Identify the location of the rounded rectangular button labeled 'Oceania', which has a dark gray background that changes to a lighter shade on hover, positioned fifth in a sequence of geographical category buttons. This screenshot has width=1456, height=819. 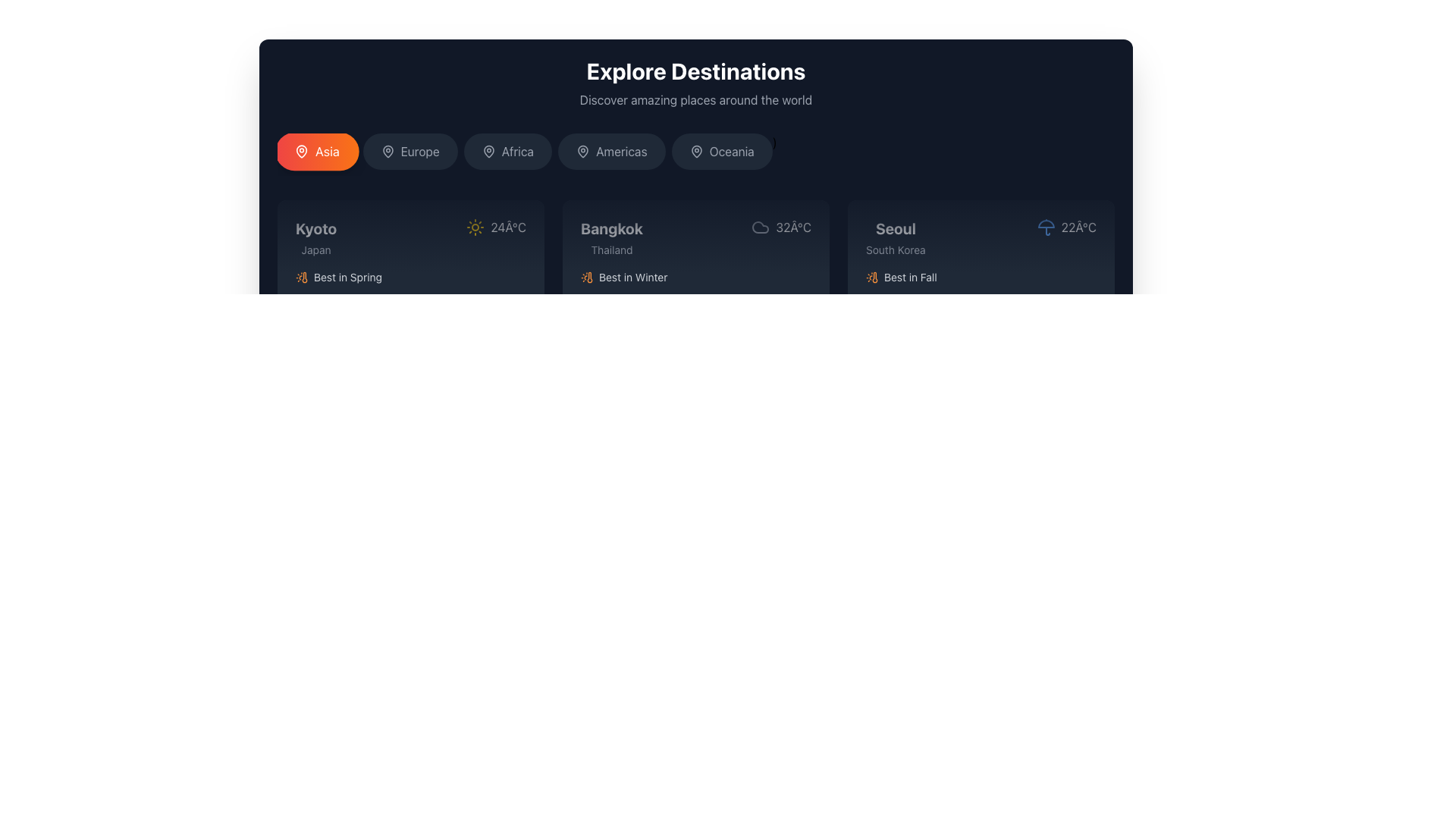
(721, 152).